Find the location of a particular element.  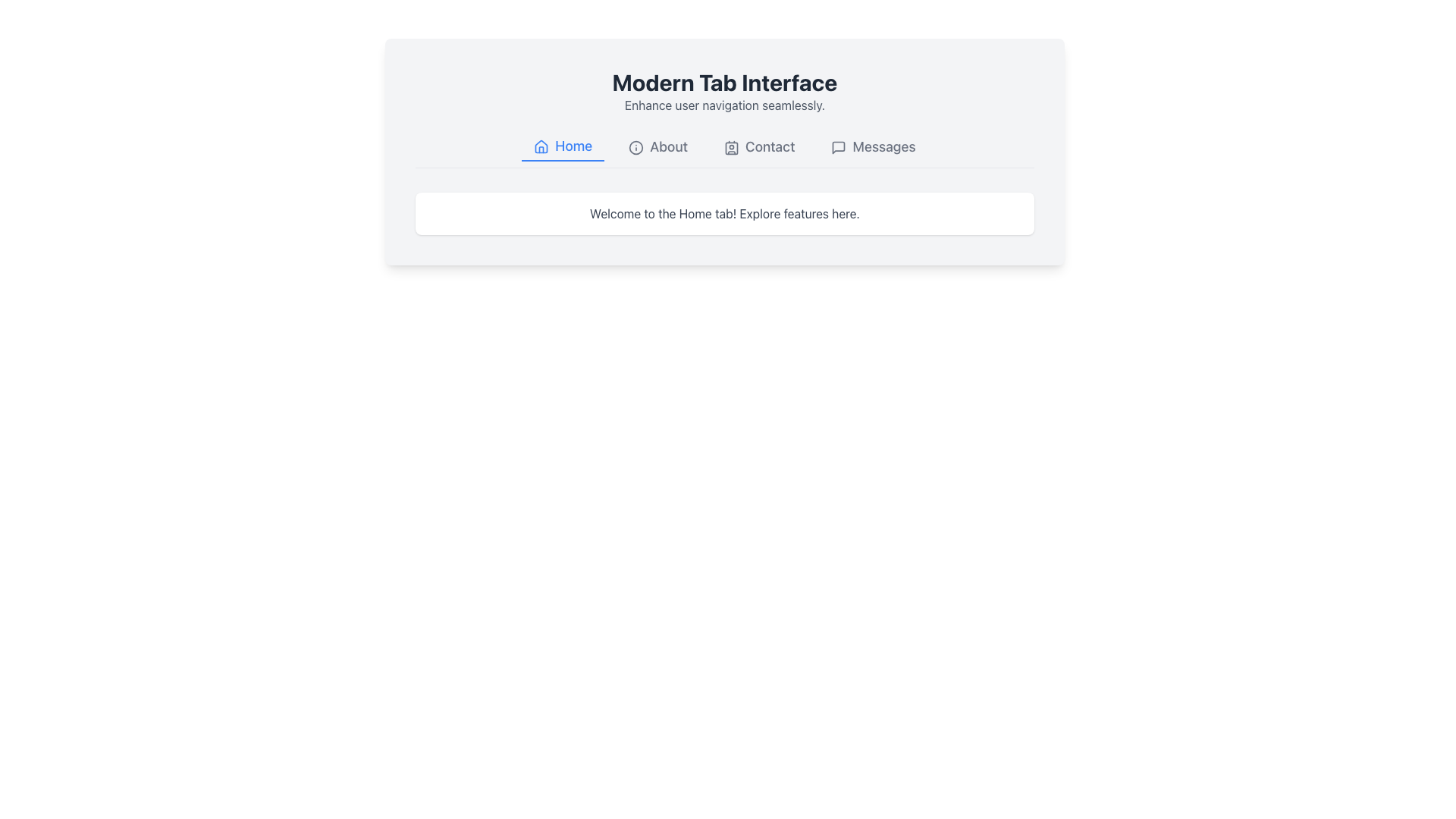

main title text positioned at the top of the interface, above the smaller text 'Enhance user navigation seamlessly' is located at coordinates (723, 82).